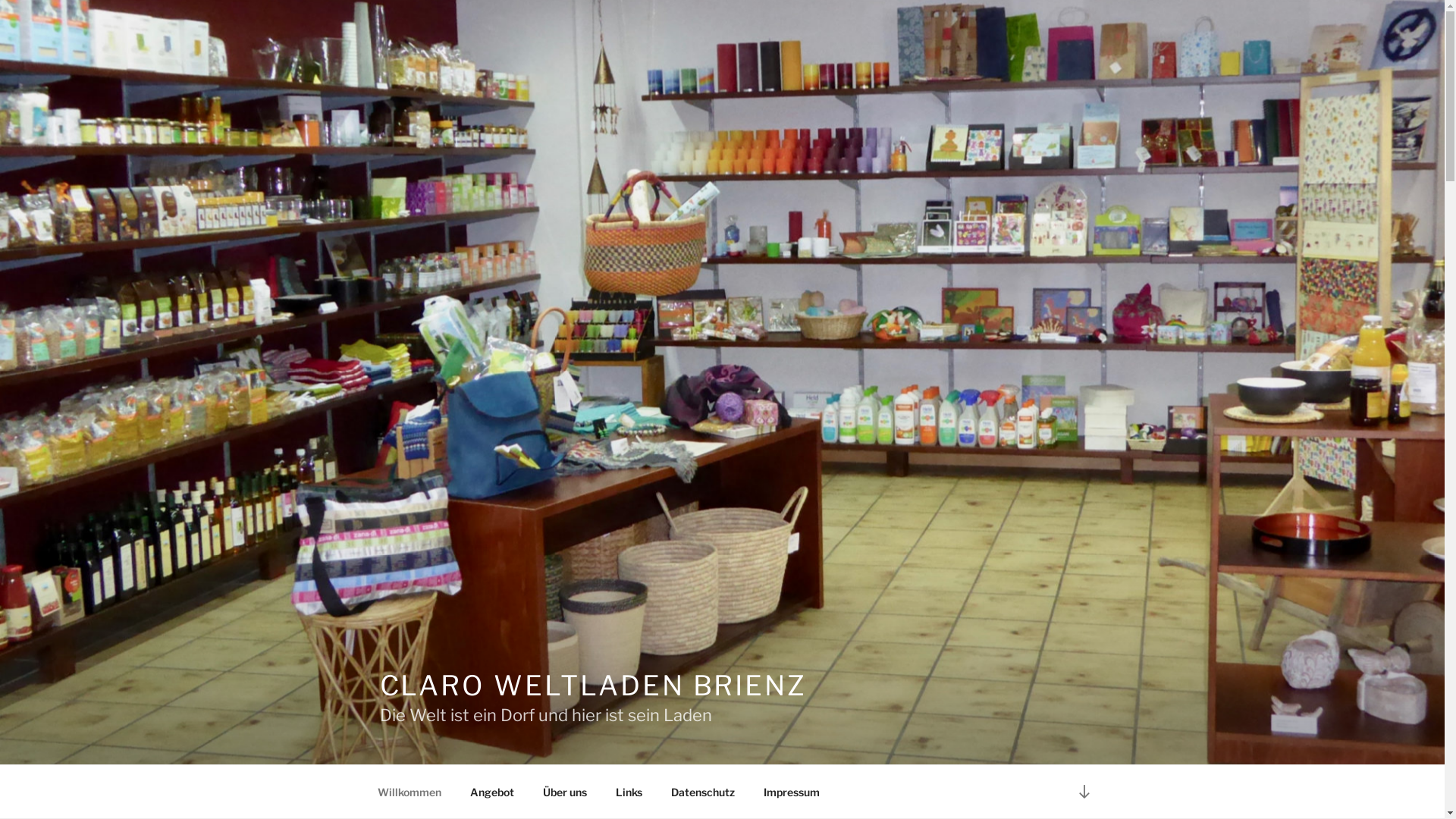 This screenshot has width=1456, height=819. What do you see at coordinates (702, 791) in the screenshot?
I see `'Datenschutz'` at bounding box center [702, 791].